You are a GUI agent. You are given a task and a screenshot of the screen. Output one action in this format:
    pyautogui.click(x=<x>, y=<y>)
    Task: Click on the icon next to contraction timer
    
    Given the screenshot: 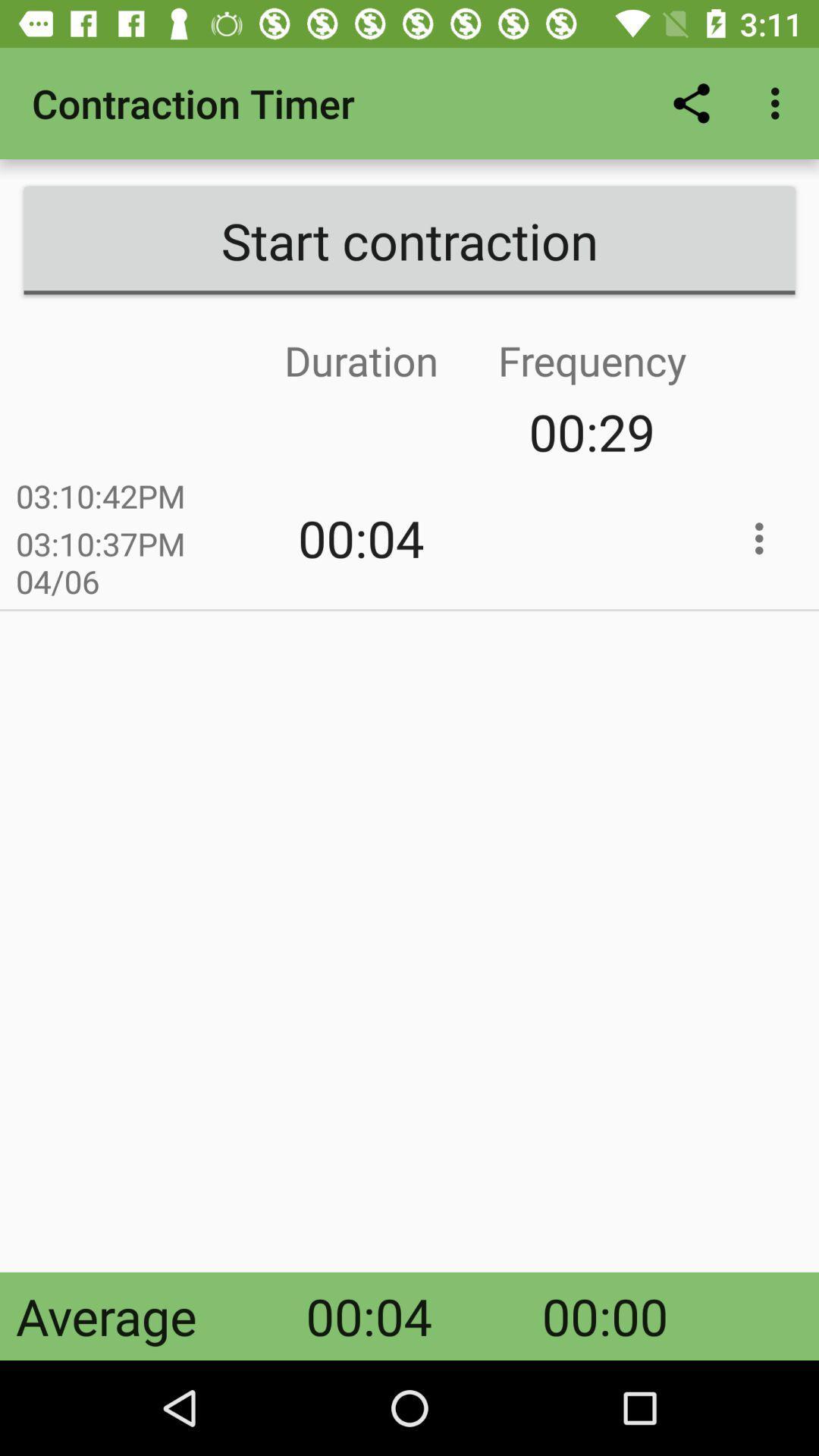 What is the action you would take?
    pyautogui.click(x=691, y=102)
    